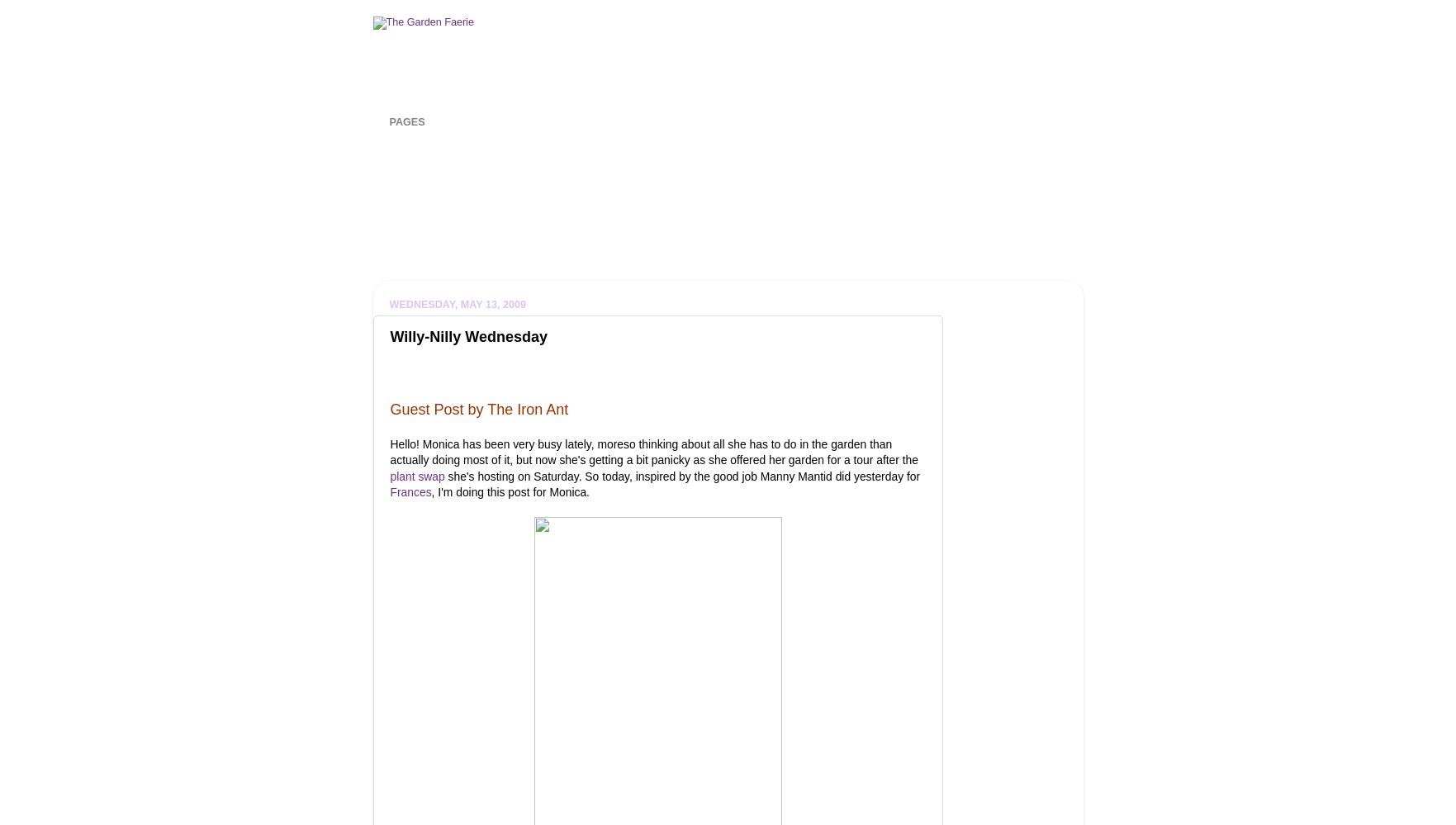  Describe the element at coordinates (410, 491) in the screenshot. I see `'Frances'` at that location.